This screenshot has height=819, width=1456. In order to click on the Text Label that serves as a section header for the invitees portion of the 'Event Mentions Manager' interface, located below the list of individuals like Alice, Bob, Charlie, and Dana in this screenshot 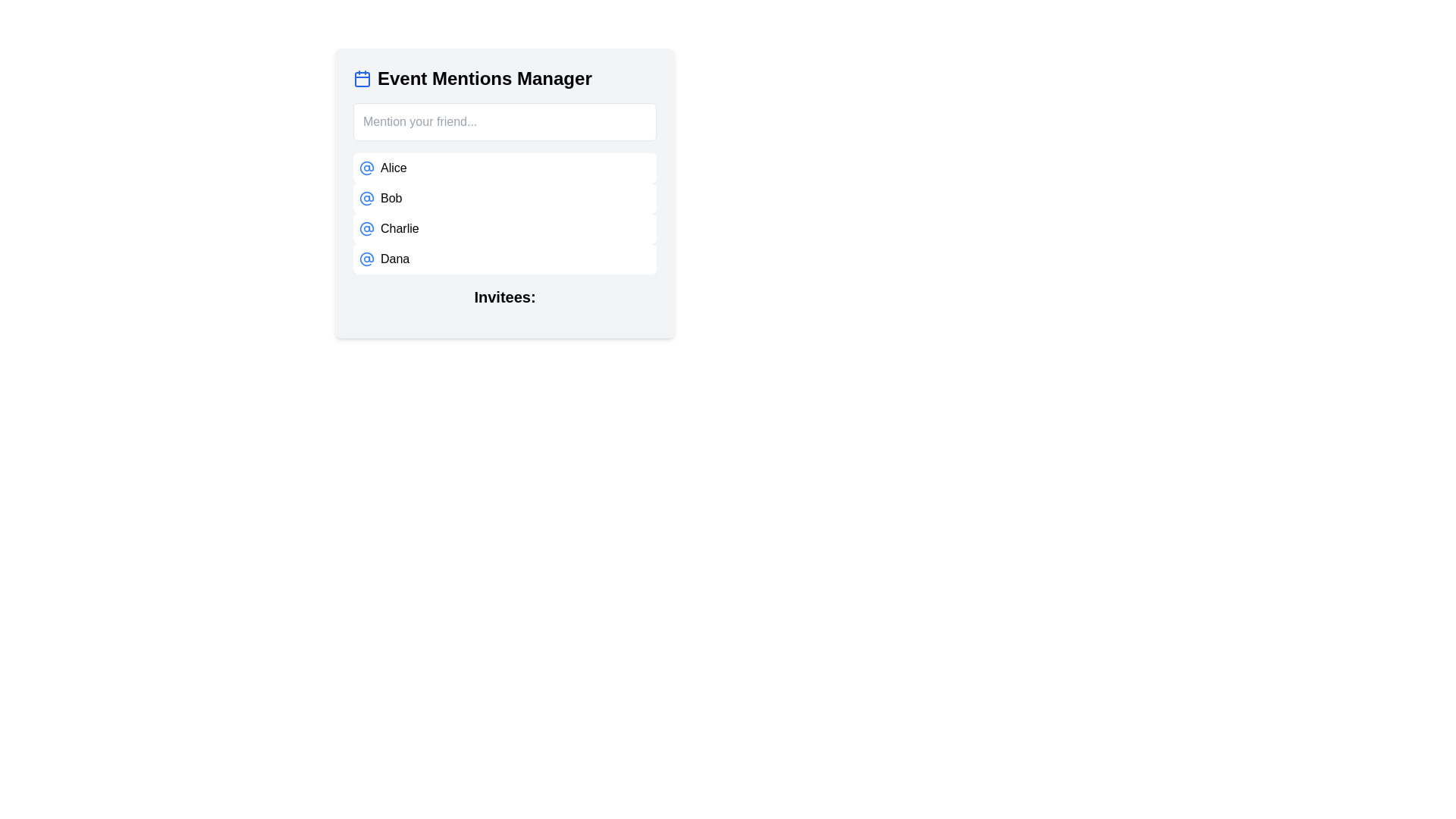, I will do `click(505, 303)`.